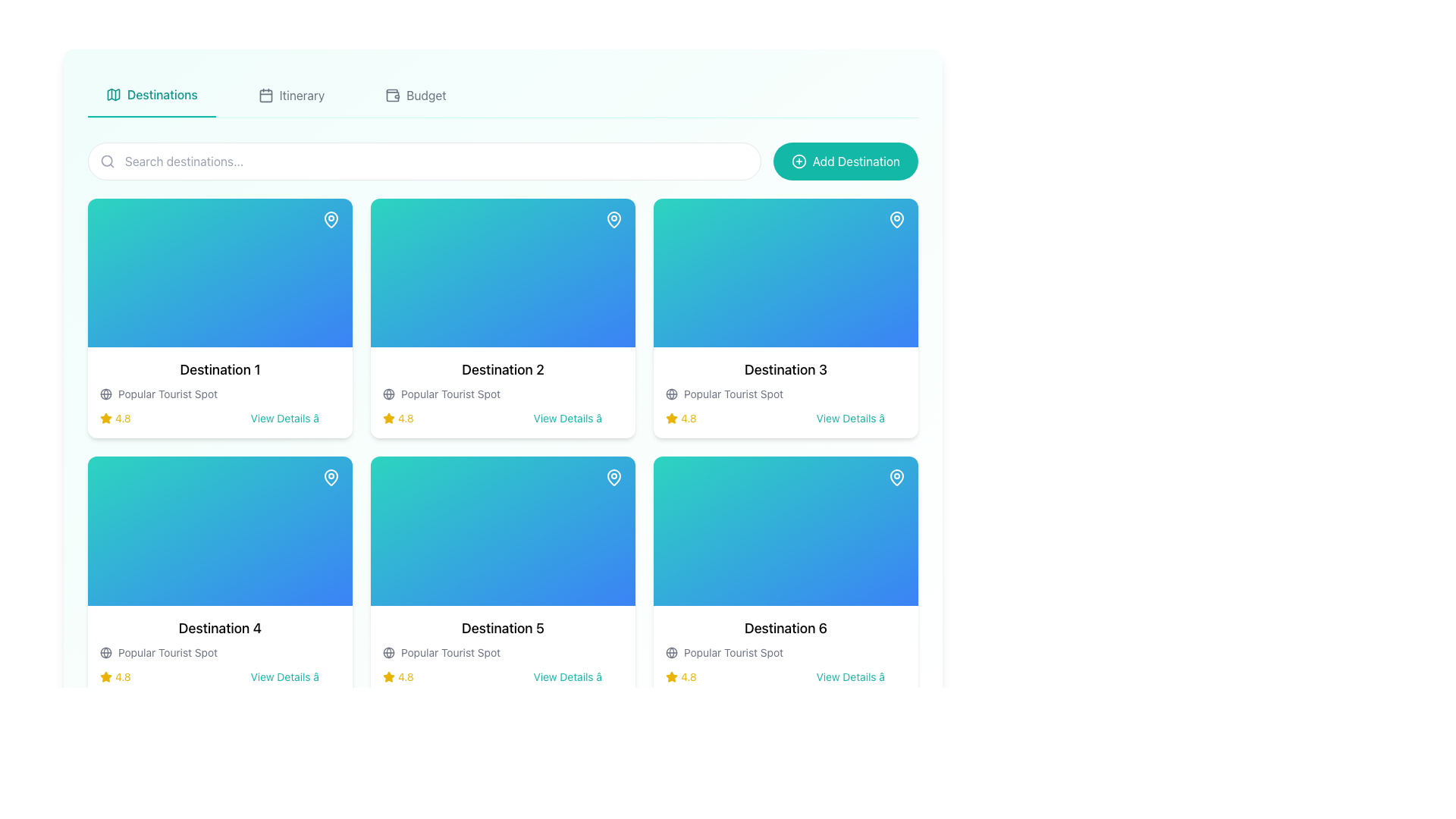 The width and height of the screenshot is (1456, 819). I want to click on the 'Destination 5' text label, which is prominently displayed in a card-like component in the second row of a grid layout, so click(503, 628).